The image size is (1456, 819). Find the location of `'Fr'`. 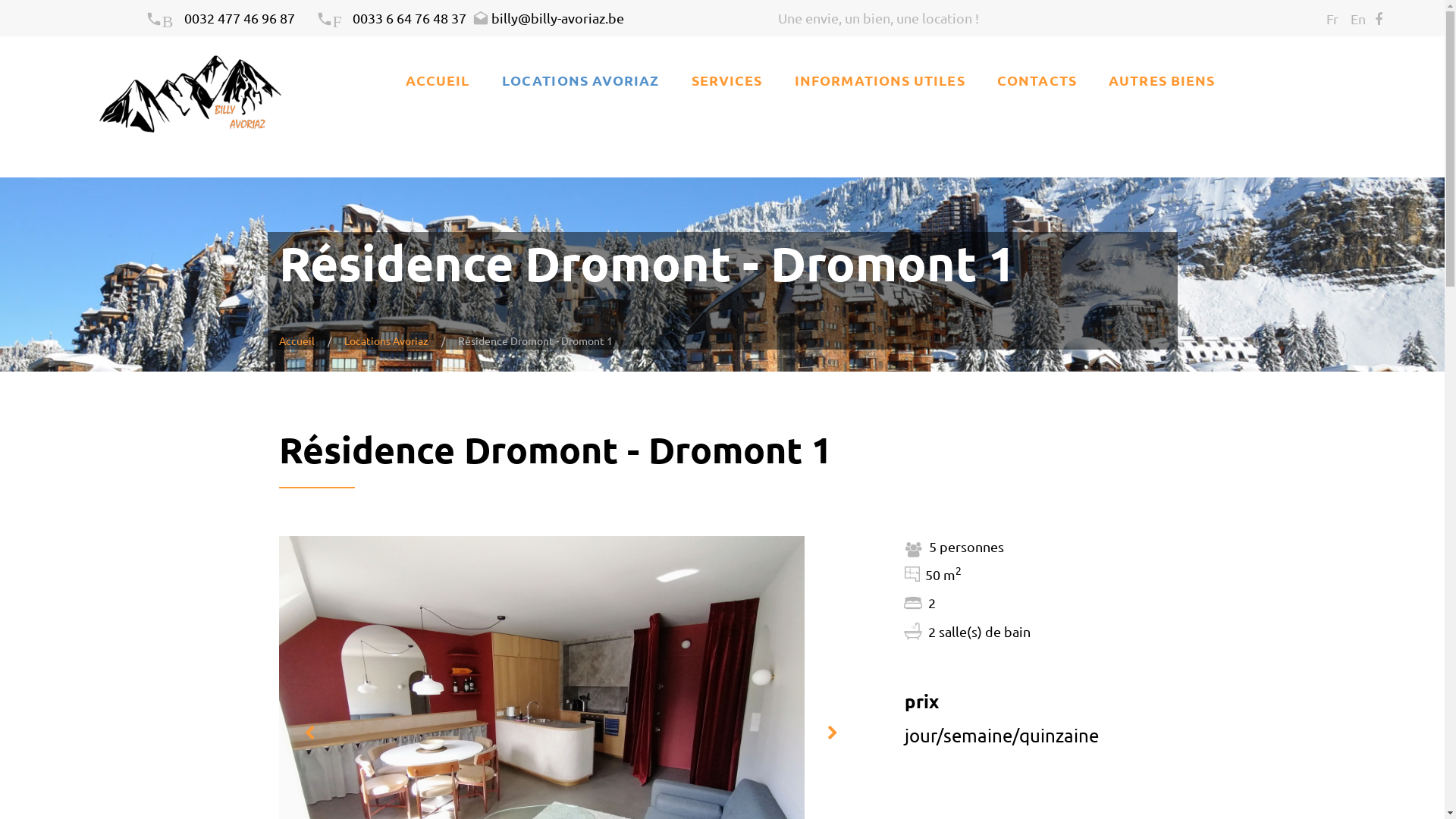

'Fr' is located at coordinates (1331, 18).